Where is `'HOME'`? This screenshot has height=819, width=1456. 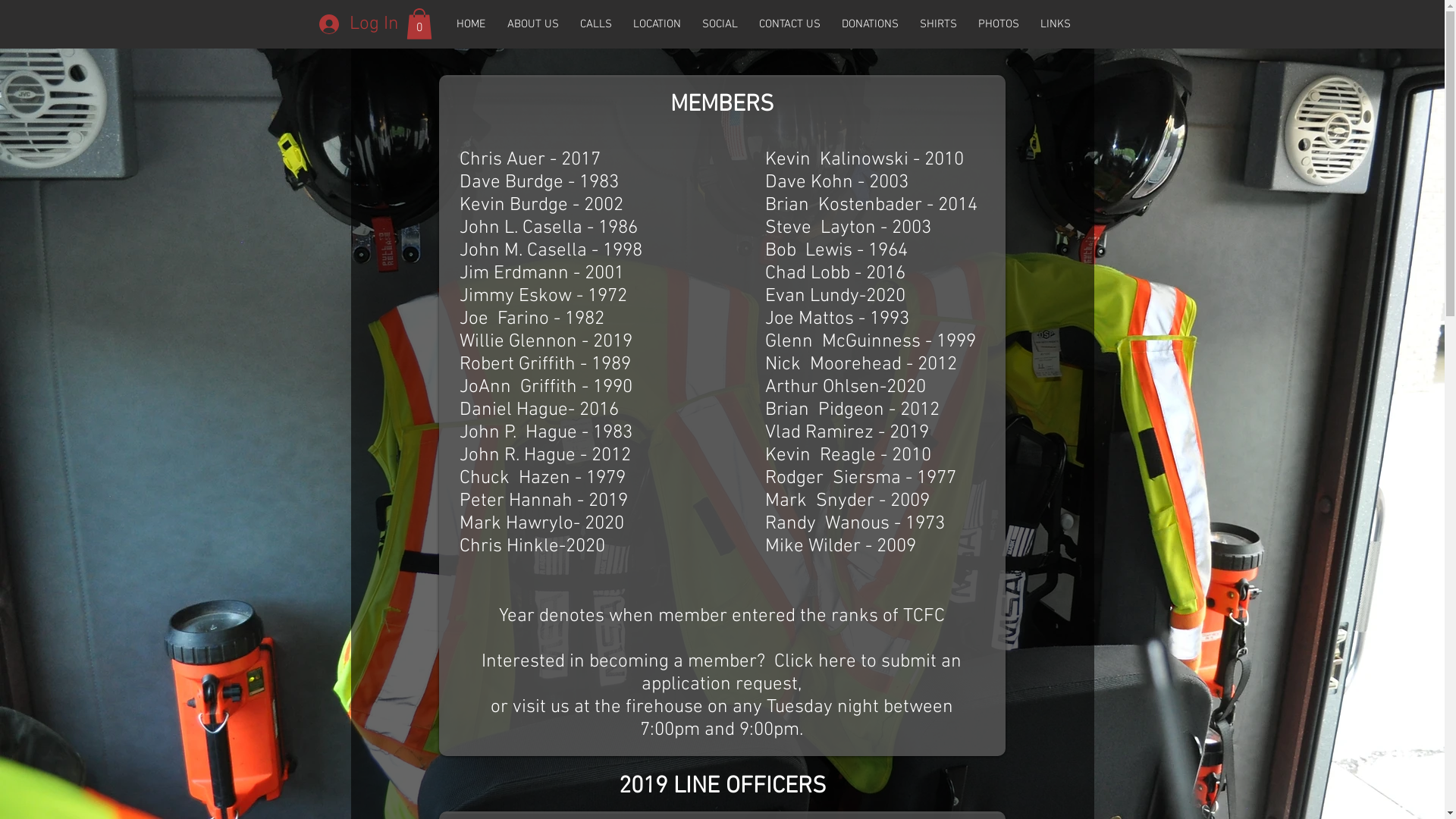
'HOME' is located at coordinates (445, 24).